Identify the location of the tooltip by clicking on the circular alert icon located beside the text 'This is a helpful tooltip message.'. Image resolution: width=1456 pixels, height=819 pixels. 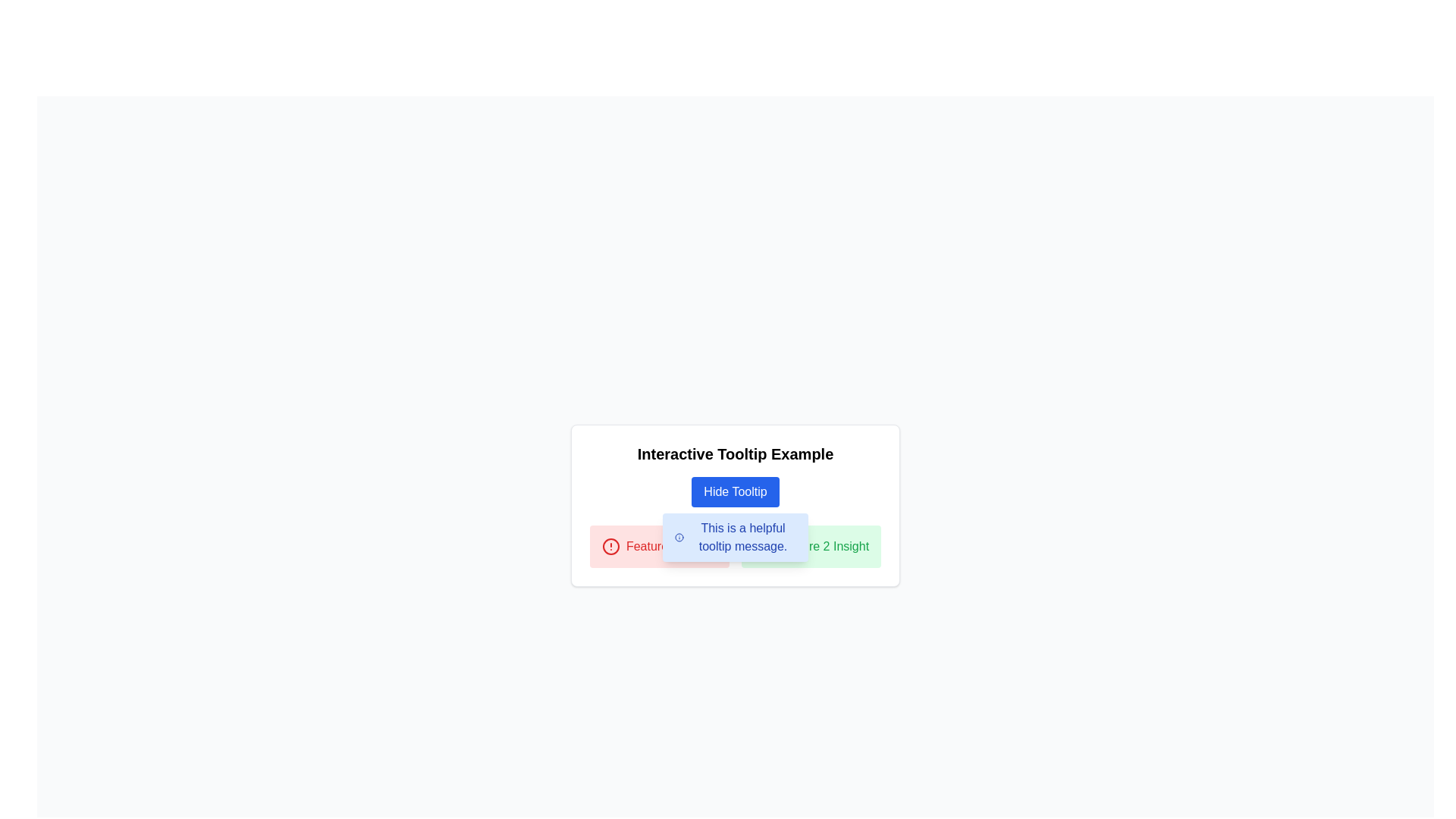
(763, 547).